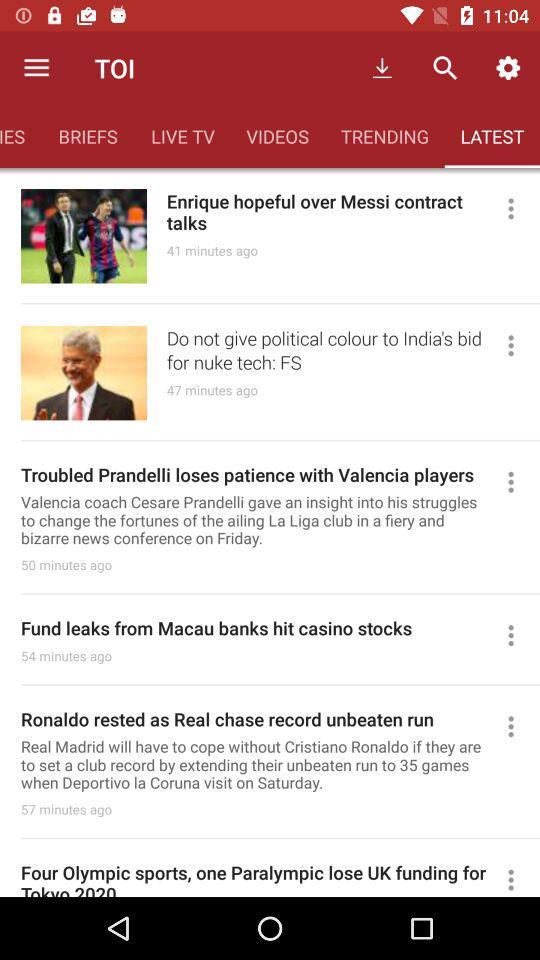 The width and height of the screenshot is (540, 960). What do you see at coordinates (519, 208) in the screenshot?
I see `hide or share the article` at bounding box center [519, 208].